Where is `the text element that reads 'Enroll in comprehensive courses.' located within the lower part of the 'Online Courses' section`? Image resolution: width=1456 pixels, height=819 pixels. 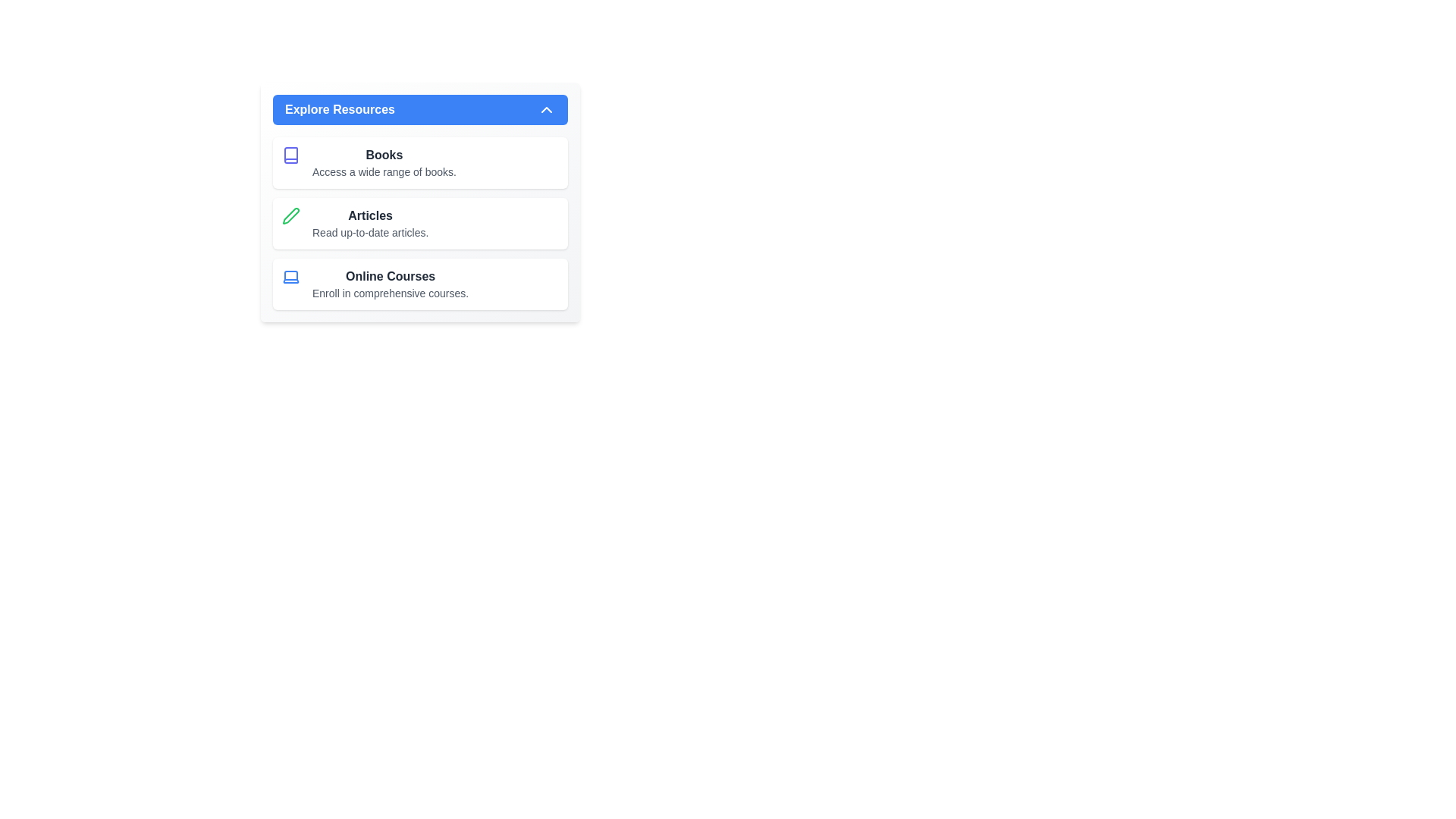
the text element that reads 'Enroll in comprehensive courses.' located within the lower part of the 'Online Courses' section is located at coordinates (391, 293).